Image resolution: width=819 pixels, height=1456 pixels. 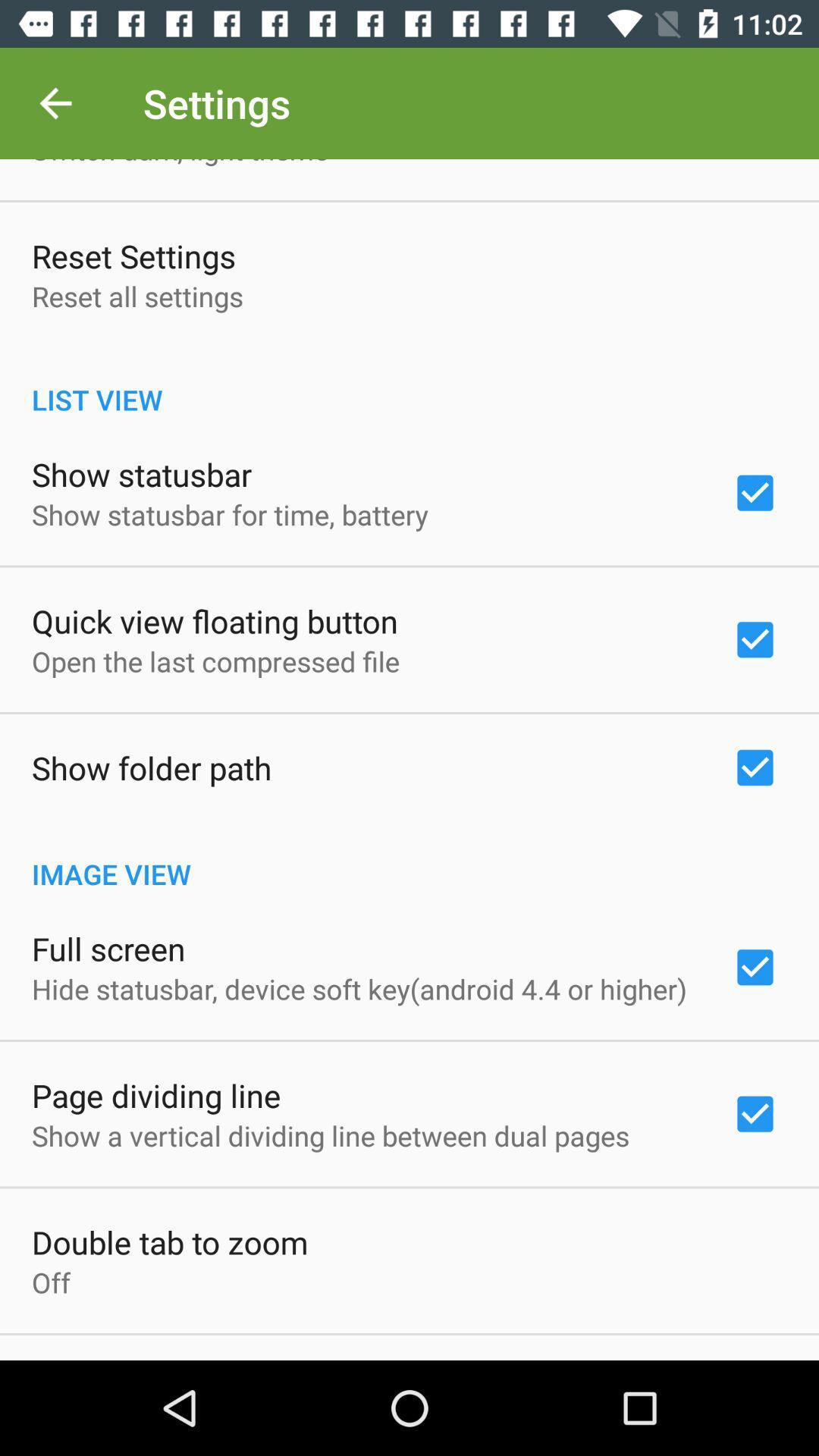 I want to click on the icon to the left of settings item, so click(x=55, y=102).